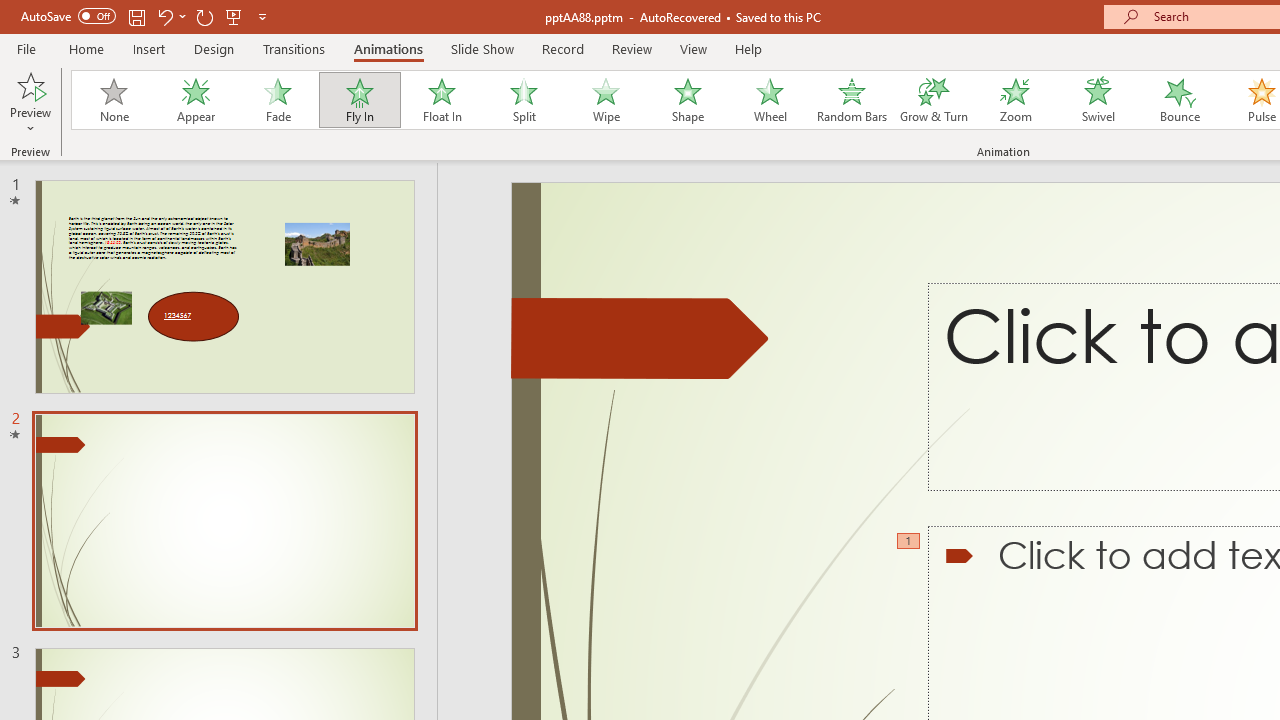  Describe the element at coordinates (1097, 100) in the screenshot. I see `'Swivel'` at that location.